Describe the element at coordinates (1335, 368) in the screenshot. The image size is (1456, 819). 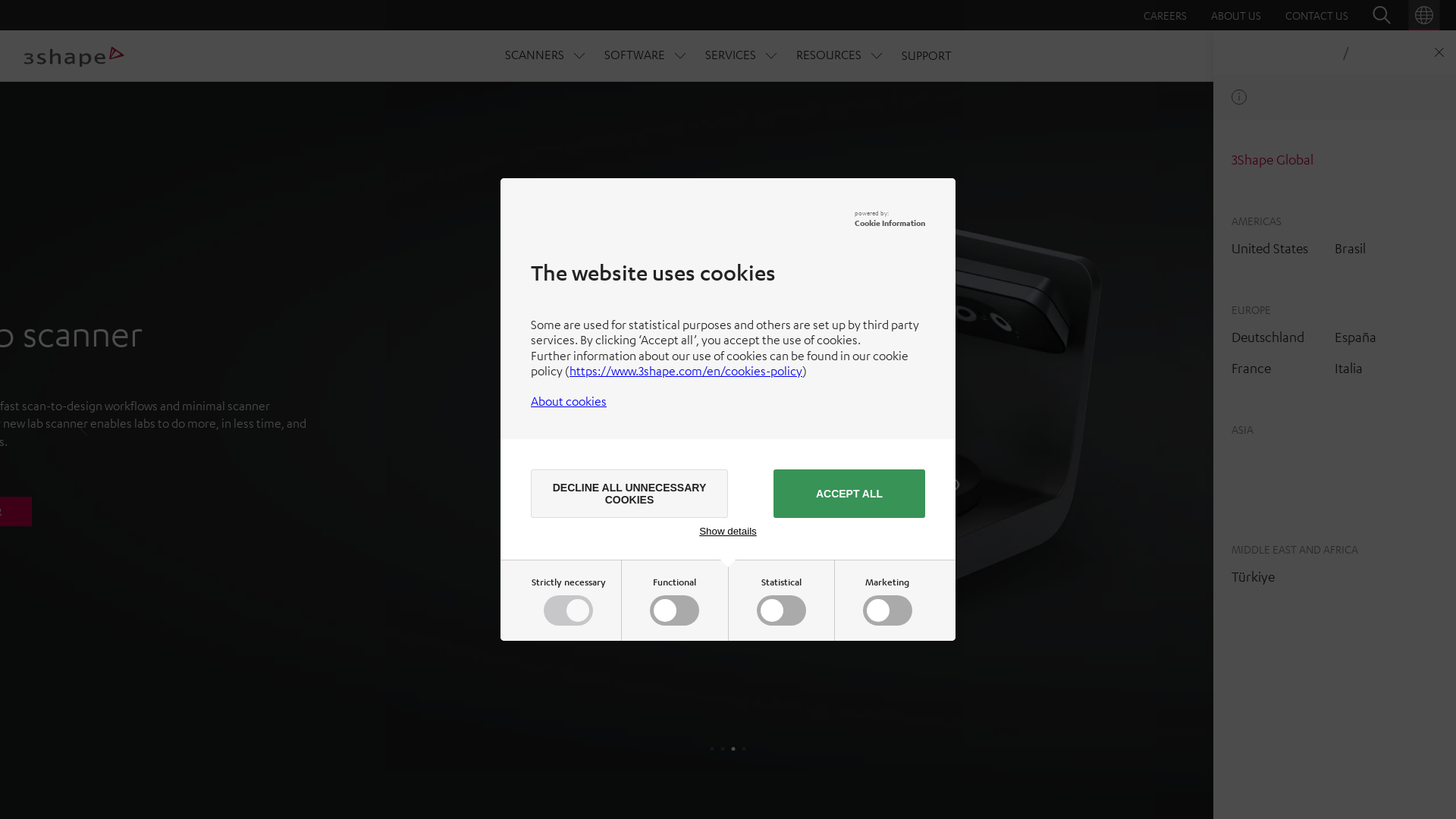
I see `'Italia'` at that location.